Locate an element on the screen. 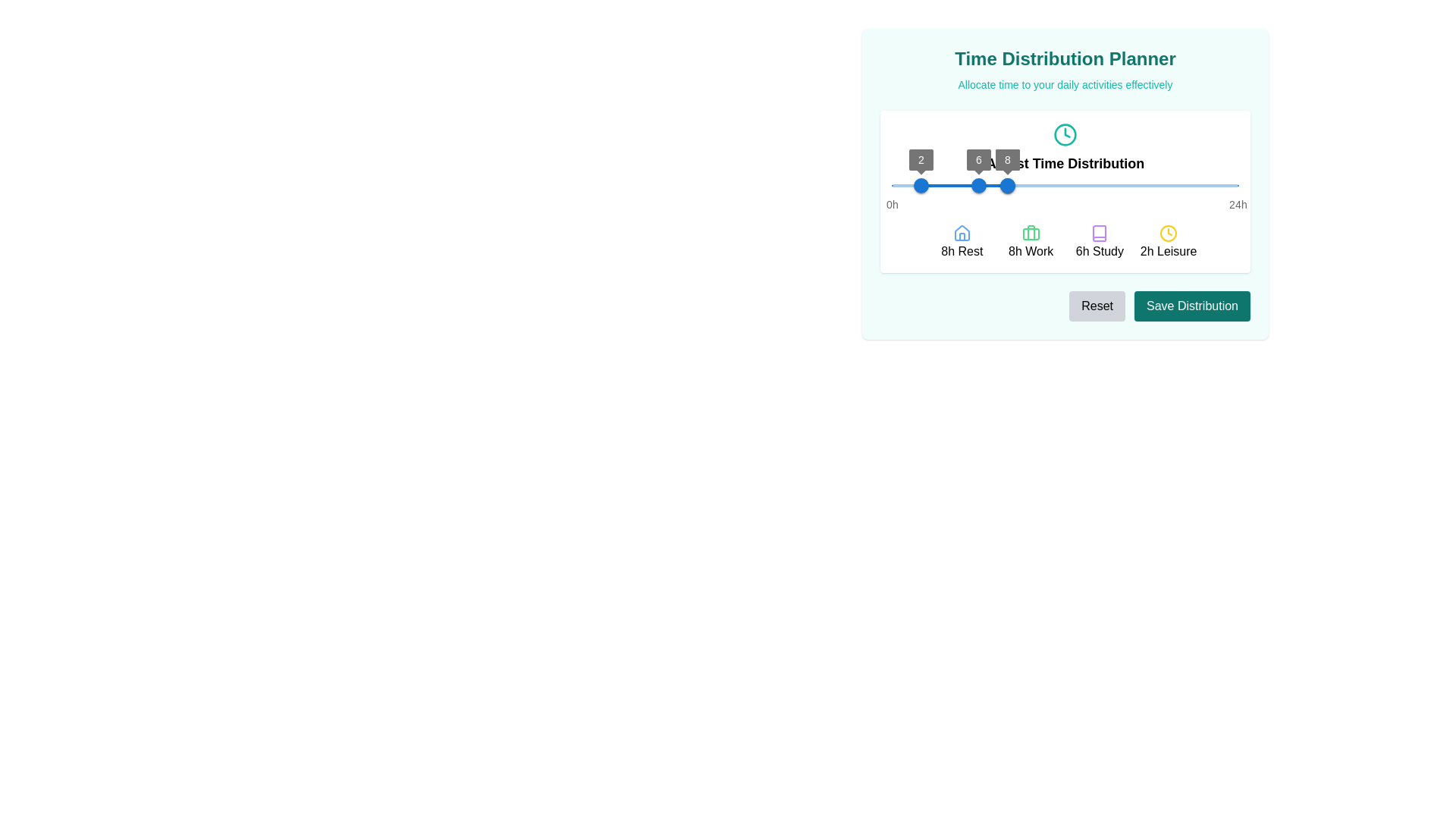 The height and width of the screenshot is (819, 1456). the 'Study' category icon in the Time Distribution Planner interface to access additional functionality is located at coordinates (1099, 234).